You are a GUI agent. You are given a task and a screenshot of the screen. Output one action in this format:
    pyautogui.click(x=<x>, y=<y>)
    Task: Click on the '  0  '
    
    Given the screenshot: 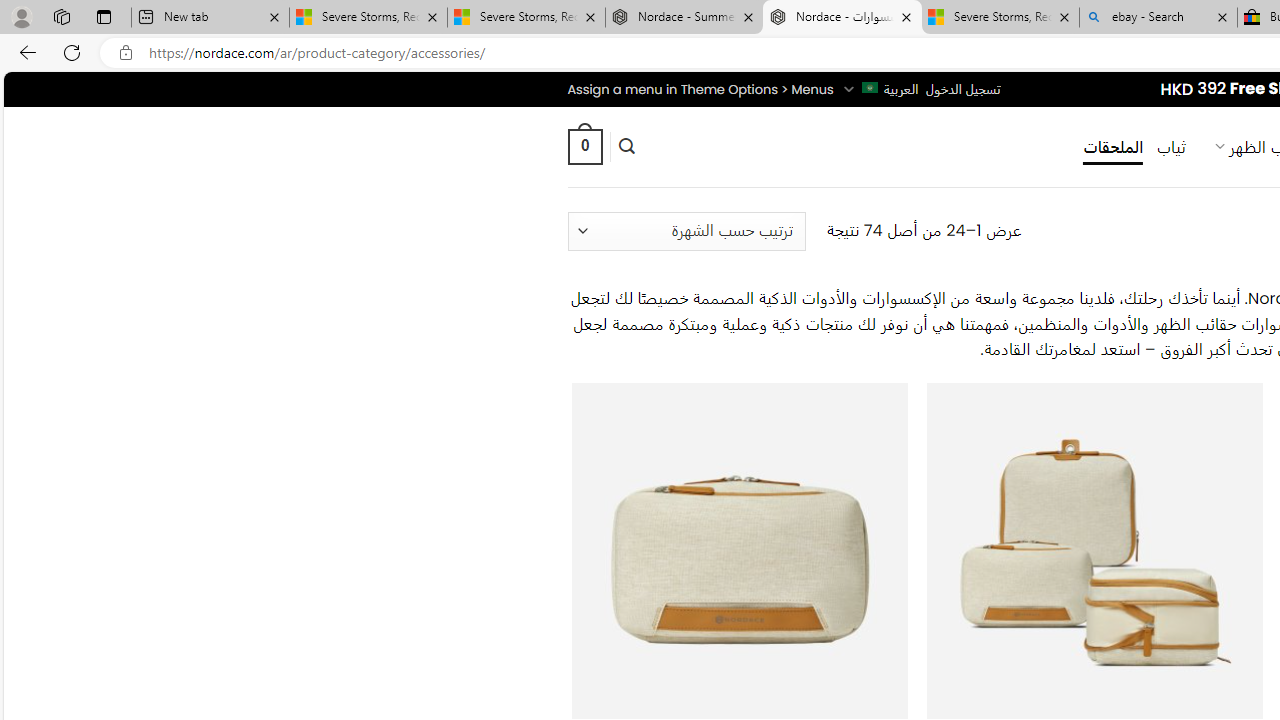 What is the action you would take?
    pyautogui.click(x=583, y=145)
    